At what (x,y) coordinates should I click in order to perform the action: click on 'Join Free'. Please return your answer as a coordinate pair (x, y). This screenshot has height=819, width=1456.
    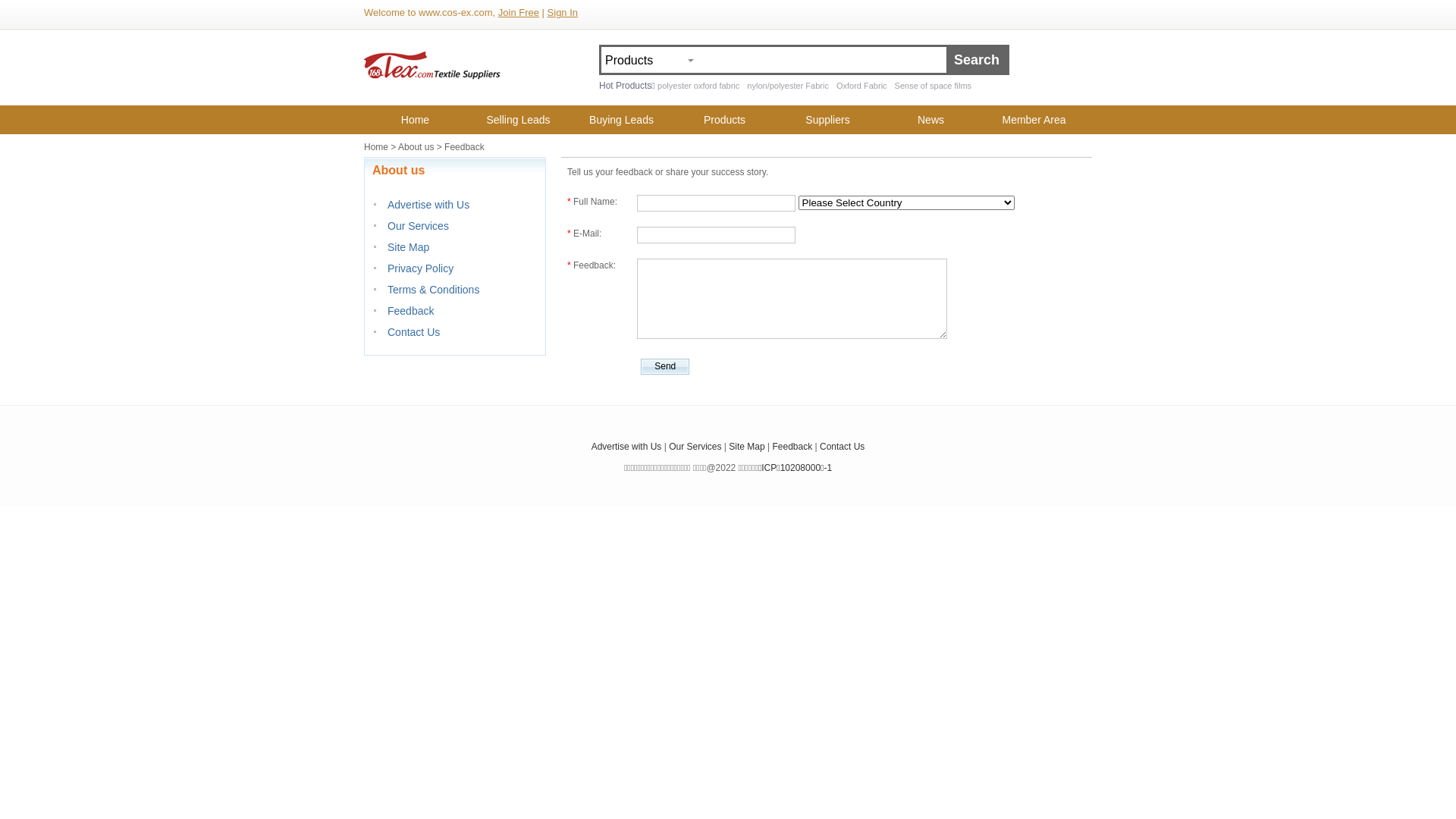
    Looking at the image, I should click on (498, 12).